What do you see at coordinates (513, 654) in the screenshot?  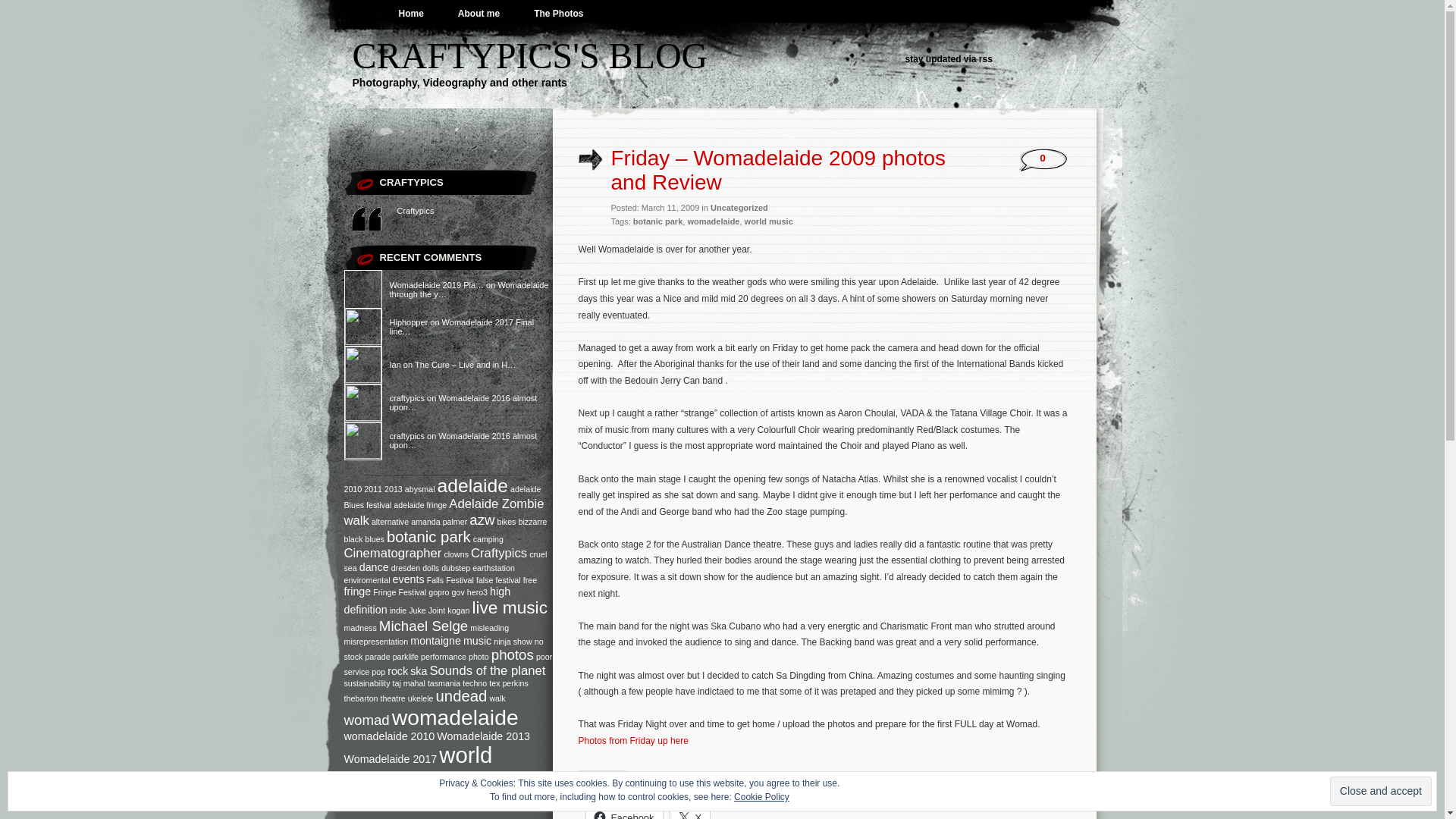 I see `'photos'` at bounding box center [513, 654].